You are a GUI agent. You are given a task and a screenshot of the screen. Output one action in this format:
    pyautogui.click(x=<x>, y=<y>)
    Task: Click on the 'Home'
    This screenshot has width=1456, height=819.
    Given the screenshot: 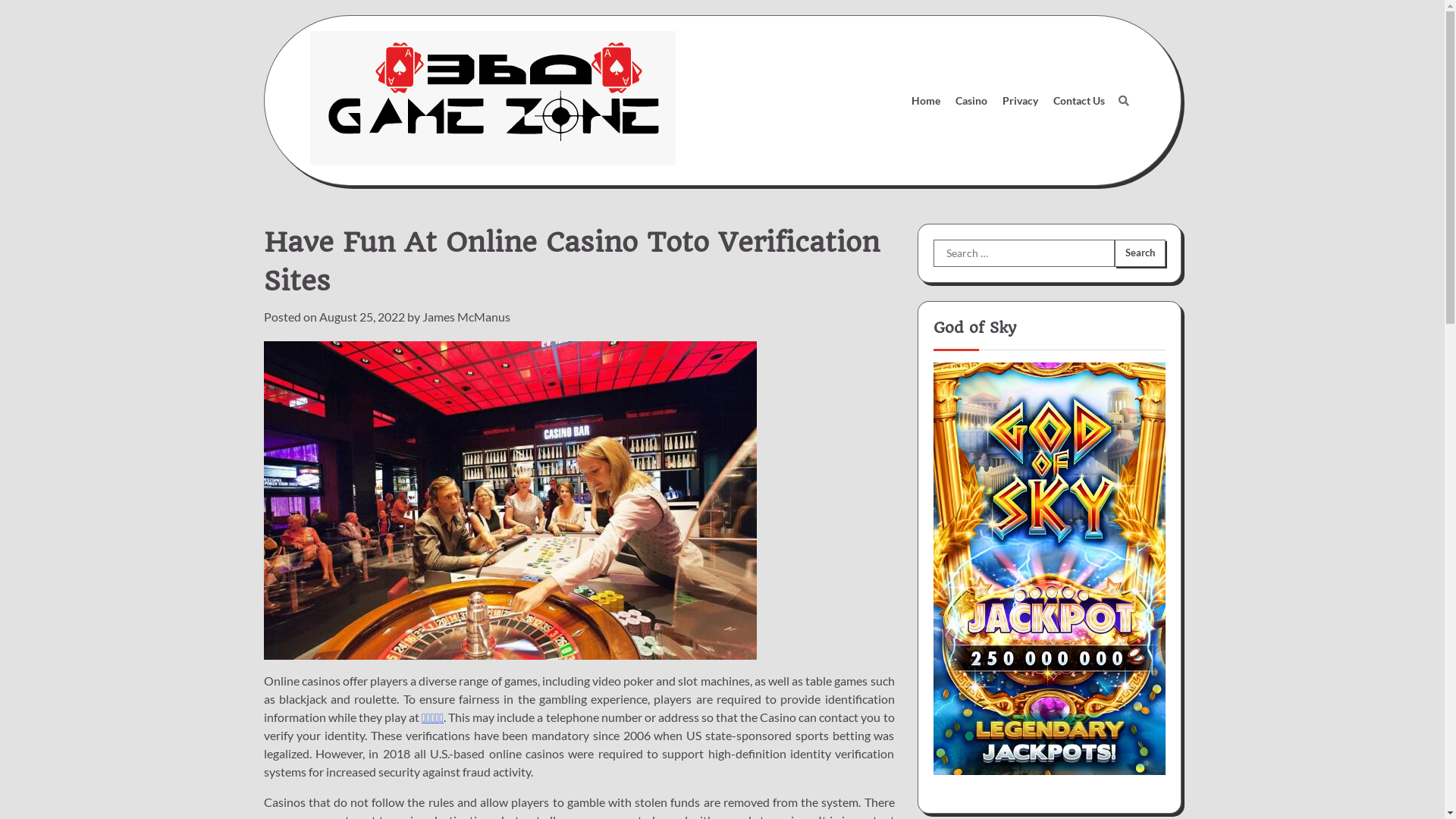 What is the action you would take?
    pyautogui.click(x=924, y=100)
    